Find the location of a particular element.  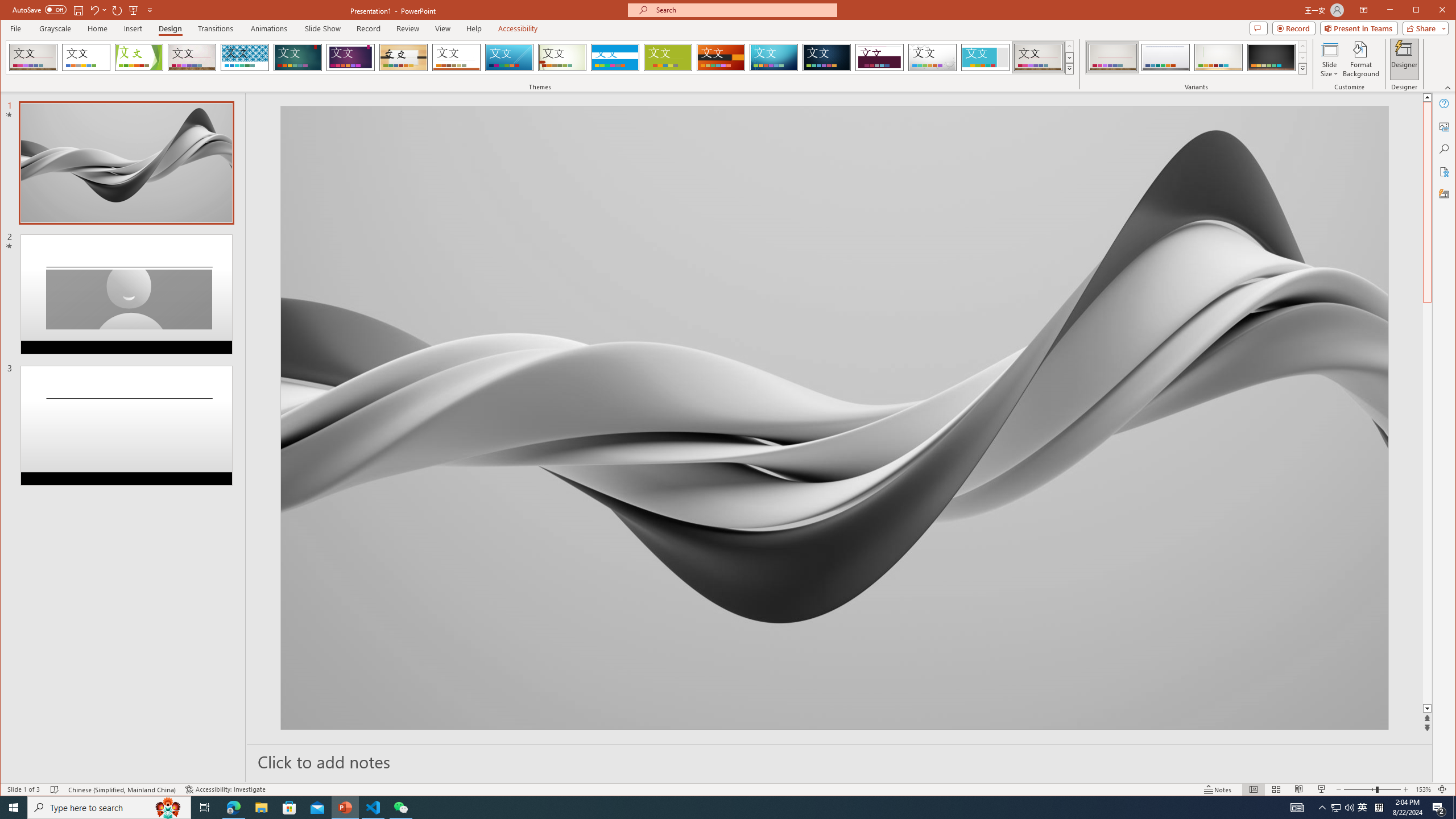

'Basis' is located at coordinates (668, 57).